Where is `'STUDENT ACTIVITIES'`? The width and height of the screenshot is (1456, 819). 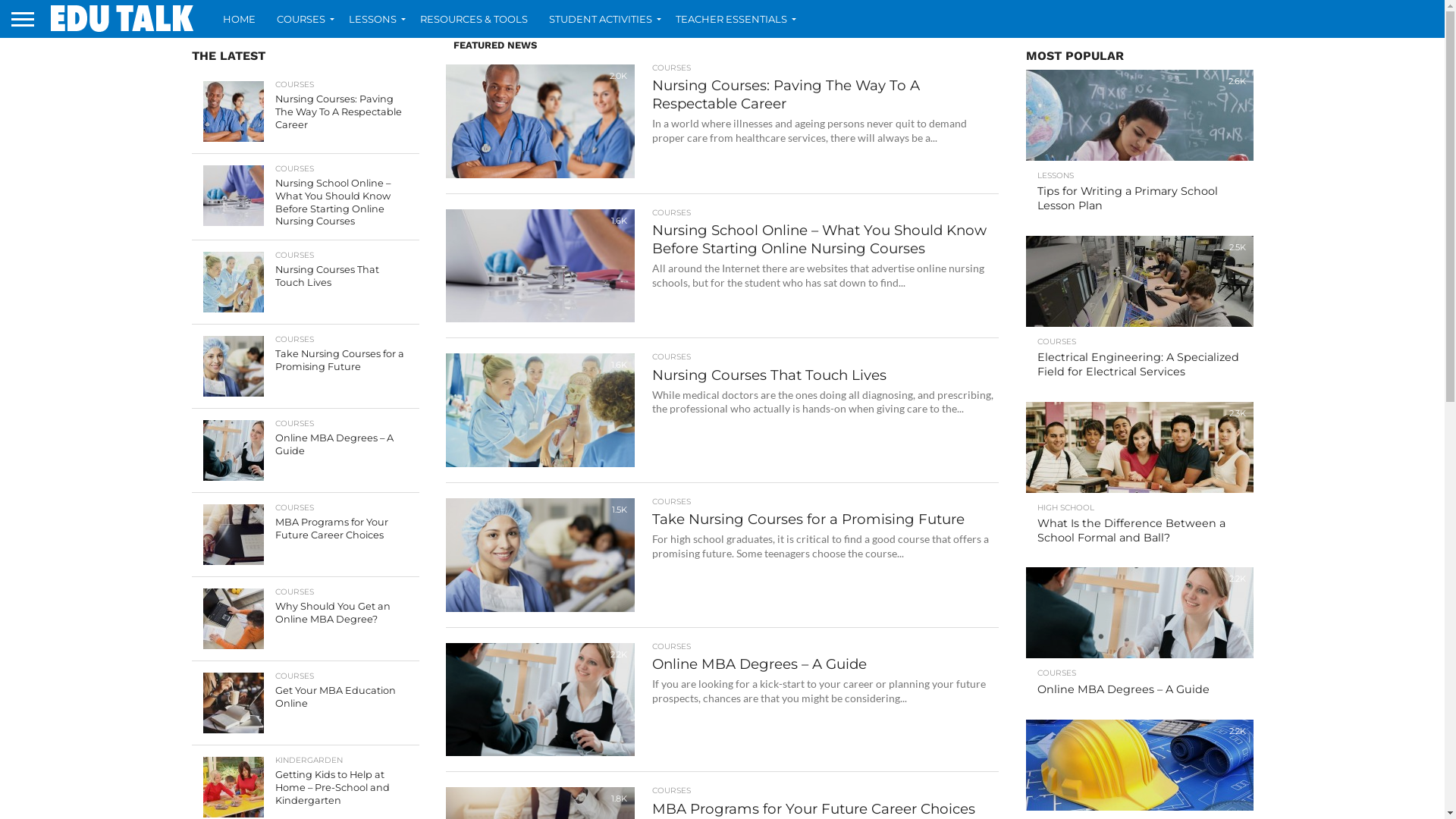 'STUDENT ACTIVITIES' is located at coordinates (601, 18).